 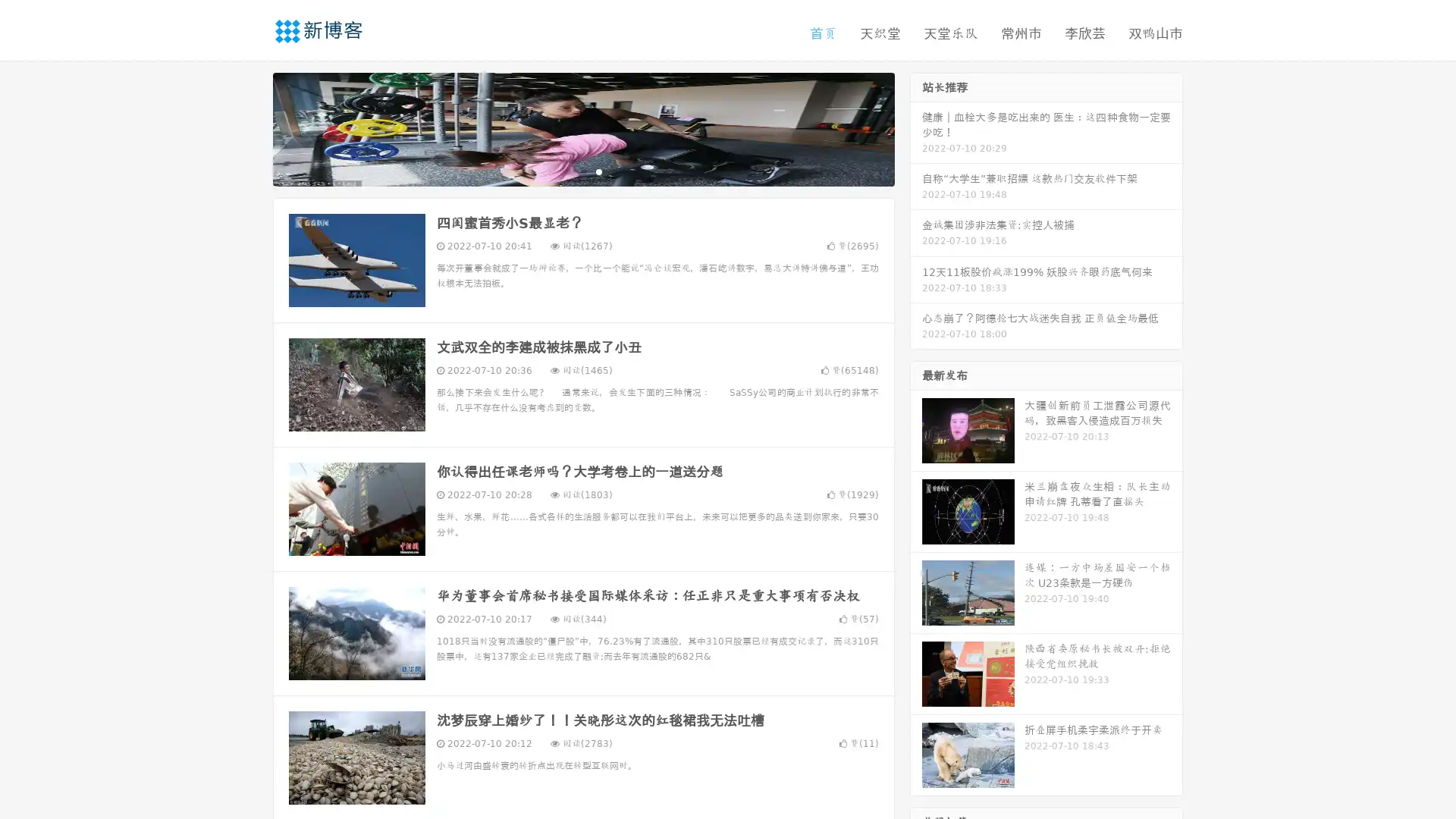 What do you see at coordinates (250, 127) in the screenshot?
I see `Previous slide` at bounding box center [250, 127].